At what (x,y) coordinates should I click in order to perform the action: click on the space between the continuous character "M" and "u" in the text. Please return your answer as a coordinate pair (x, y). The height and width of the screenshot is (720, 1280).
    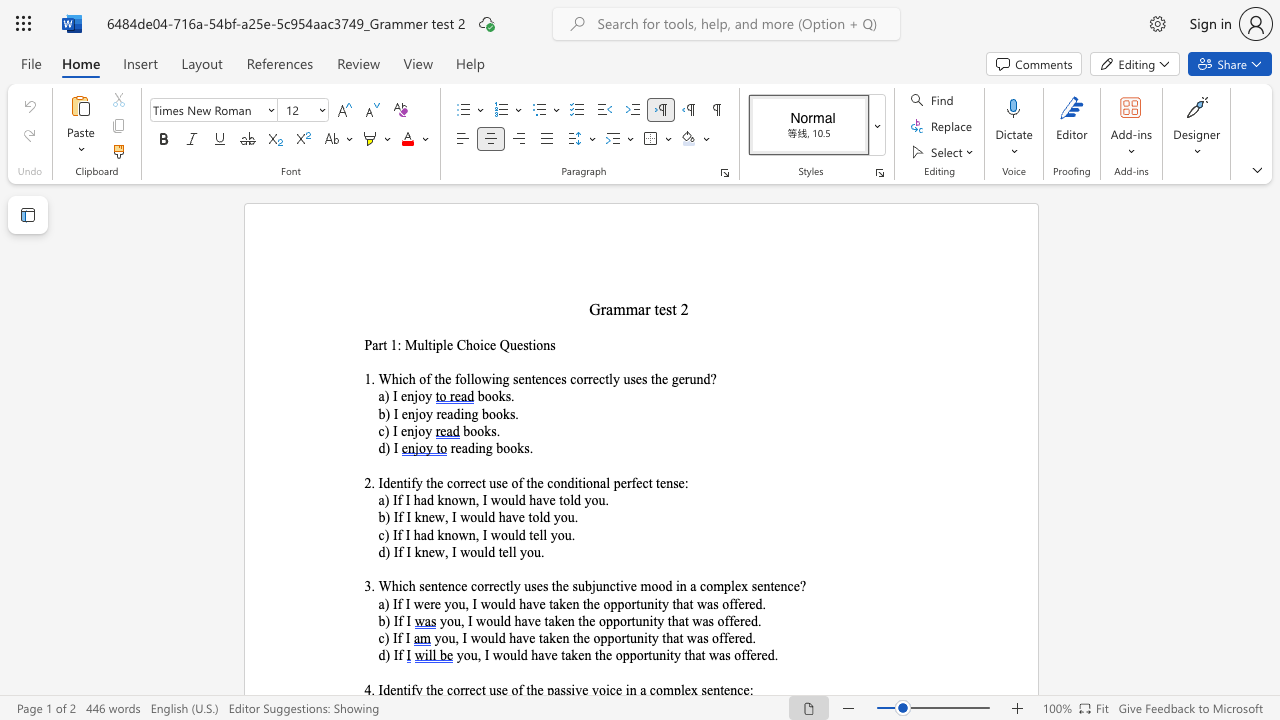
    Looking at the image, I should click on (415, 344).